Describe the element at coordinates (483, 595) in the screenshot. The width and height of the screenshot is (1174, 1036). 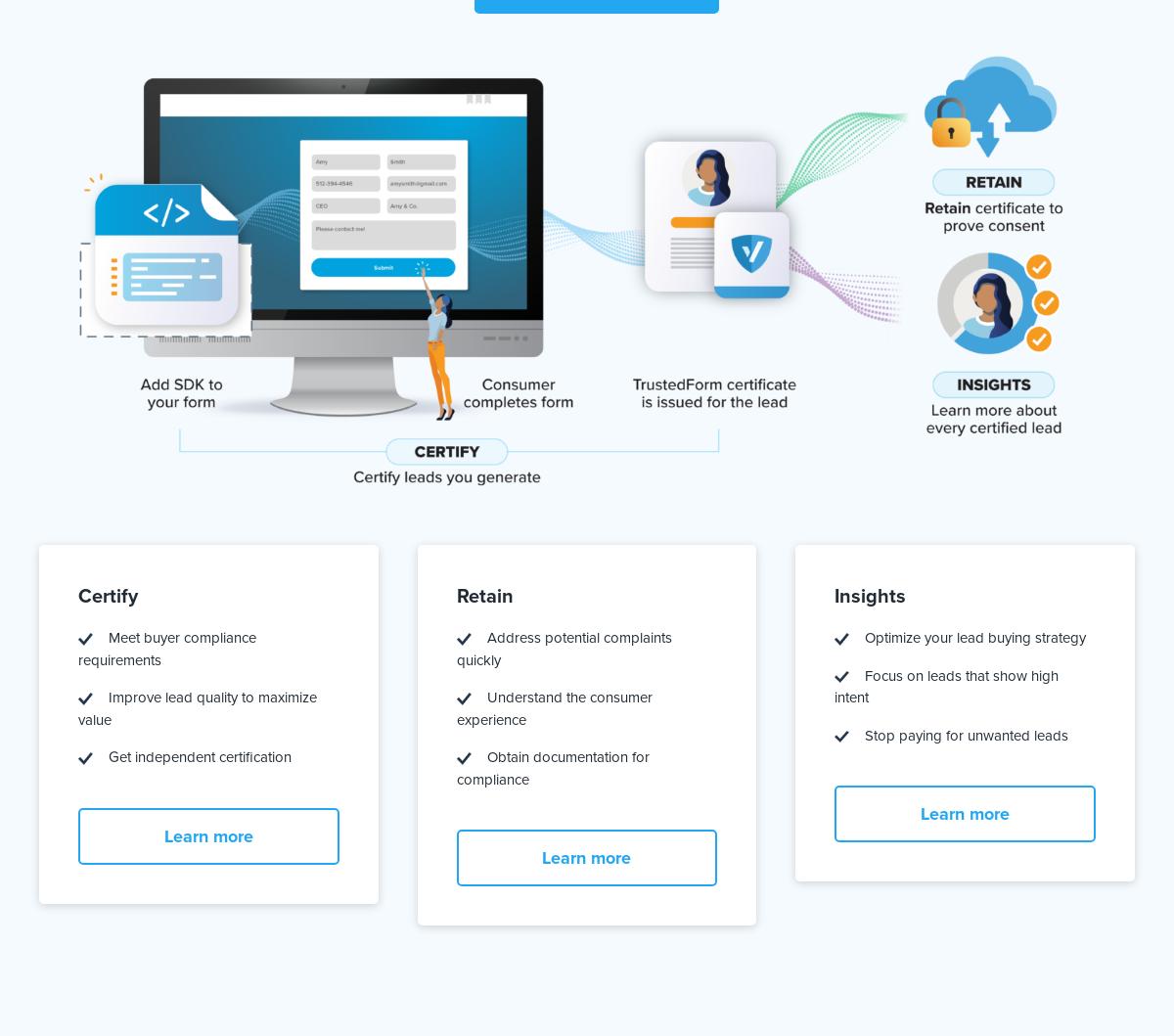
I see `'Retain'` at that location.